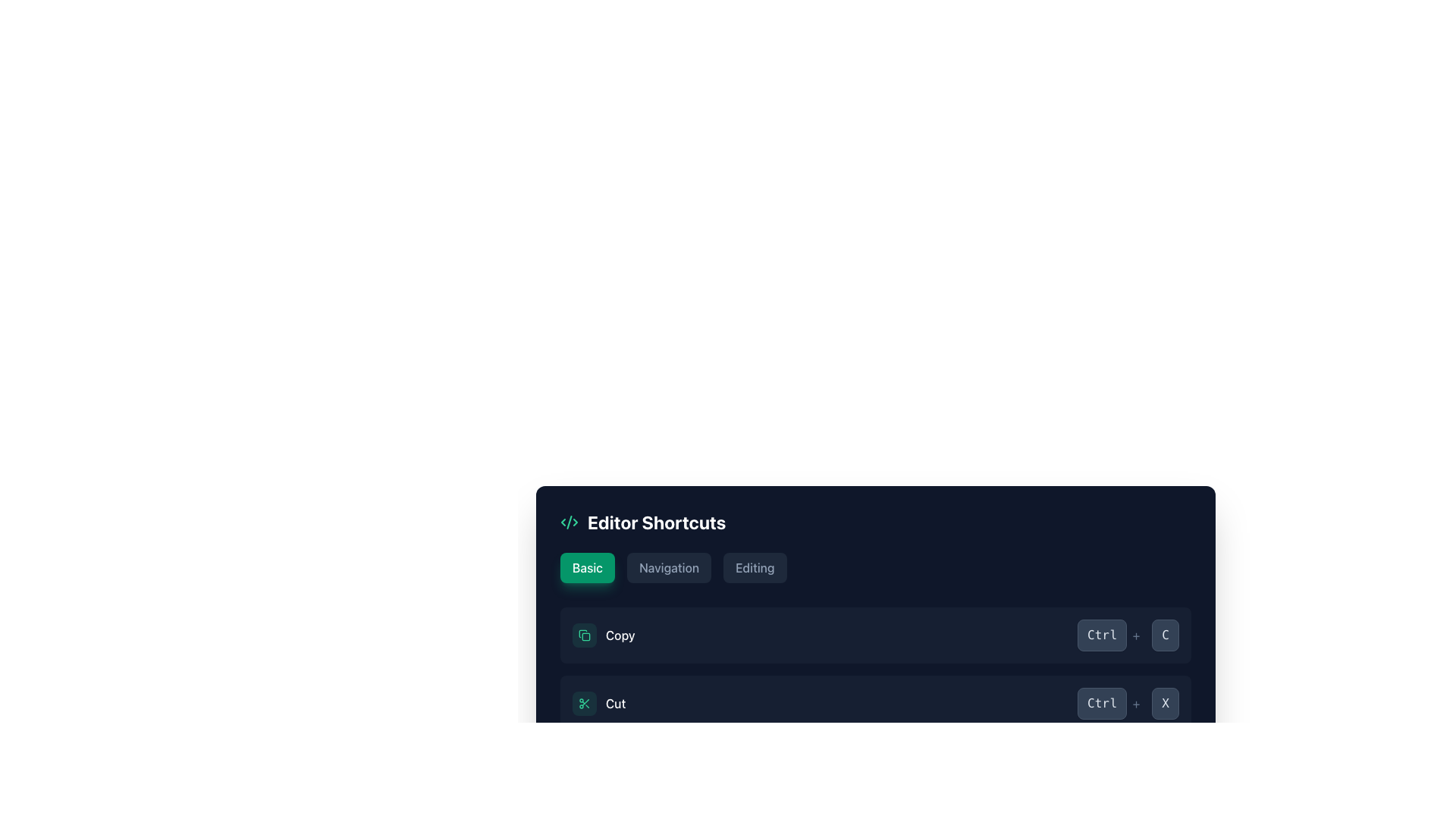  What do you see at coordinates (587, 567) in the screenshot?
I see `the leftmost button in the row of three buttons below the 'Editor Shortcuts' heading` at bounding box center [587, 567].